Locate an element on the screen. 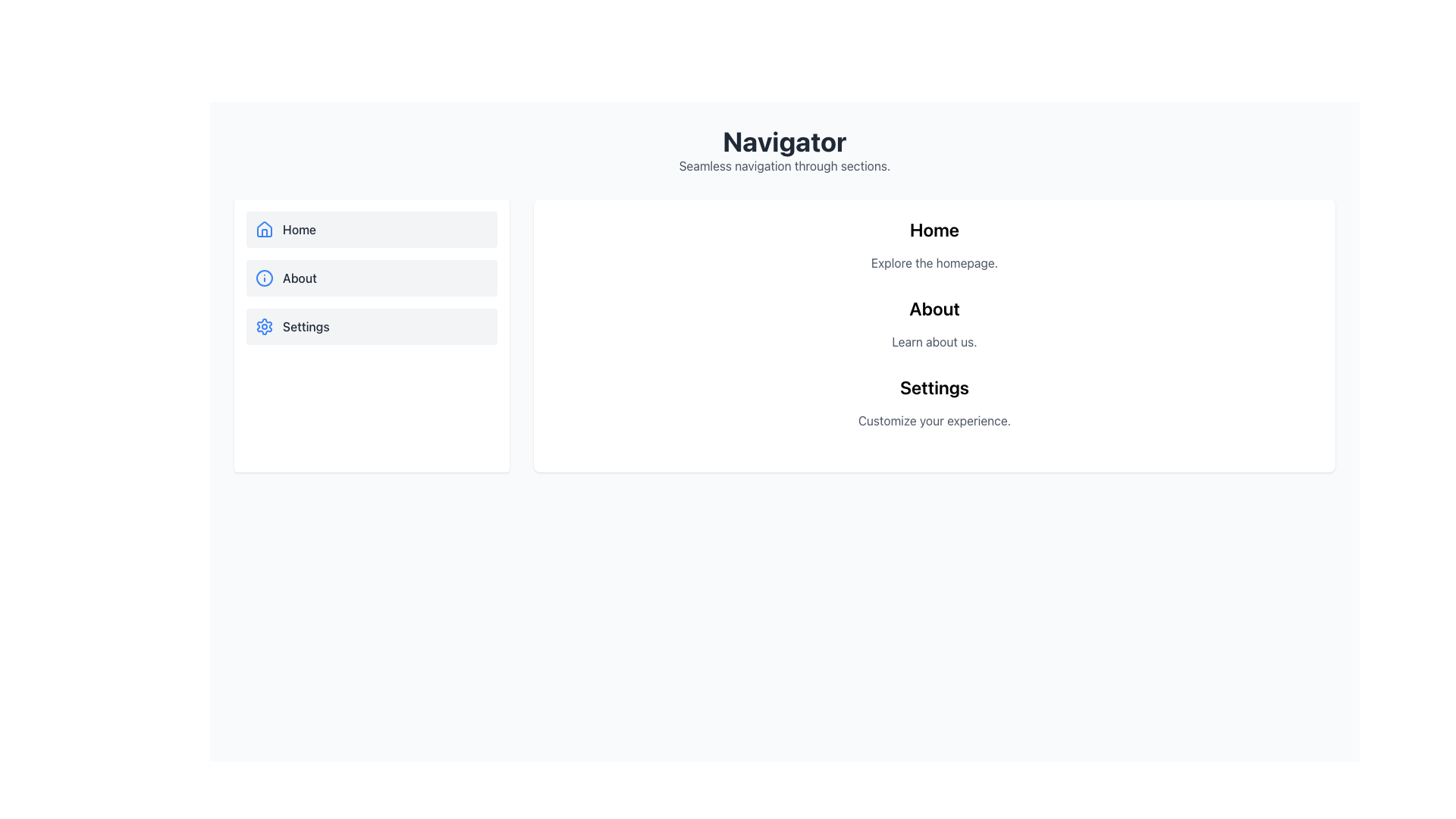  the text element styled in gray that reads 'Customize your experience.' located below the 'Settings' header in the right-side panel is located at coordinates (934, 421).